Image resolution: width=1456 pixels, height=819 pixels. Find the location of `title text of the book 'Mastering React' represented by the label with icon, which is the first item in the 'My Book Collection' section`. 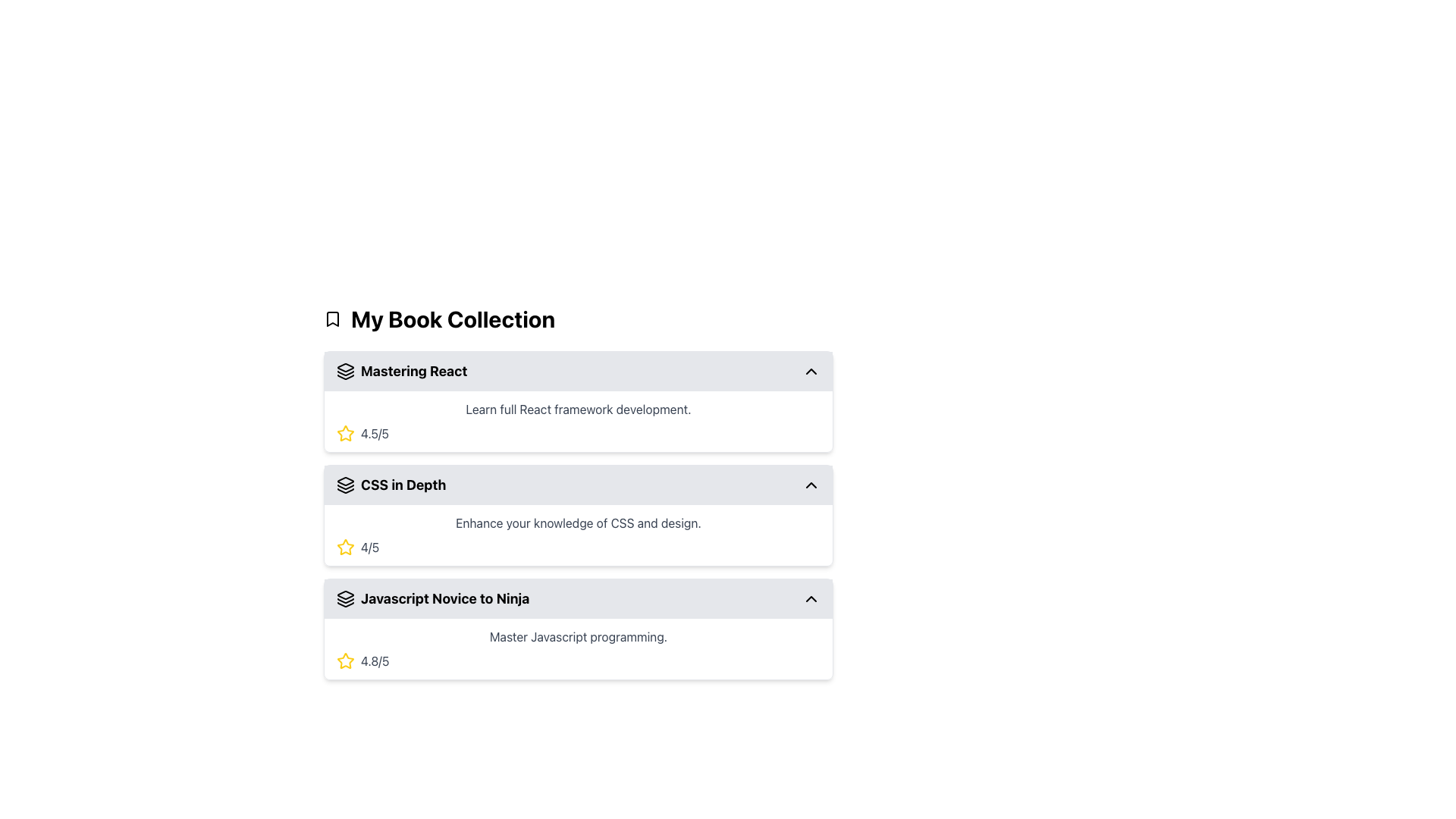

title text of the book 'Mastering React' represented by the label with icon, which is the first item in the 'My Book Collection' section is located at coordinates (402, 371).